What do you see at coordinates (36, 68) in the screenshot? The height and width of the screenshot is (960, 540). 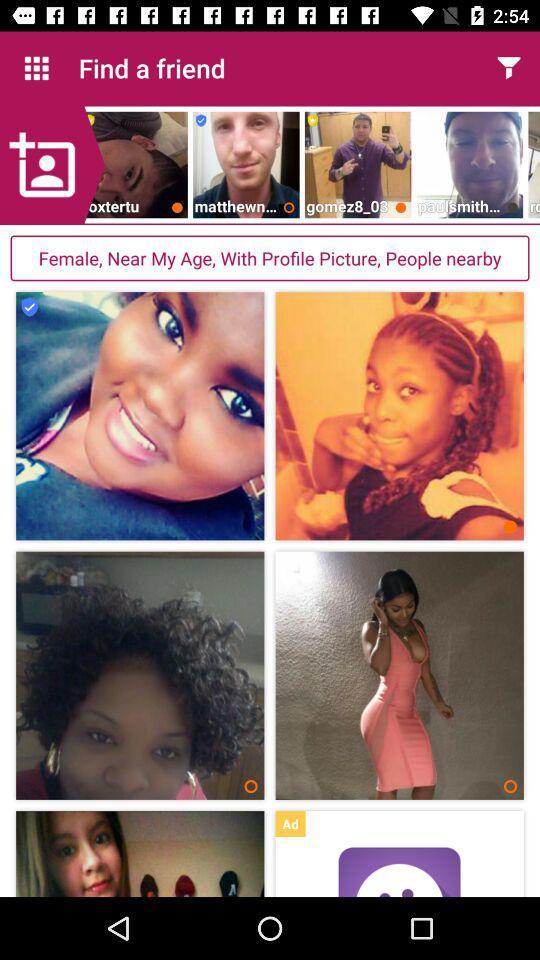 I see `icon to the left of the find a friend icon` at bounding box center [36, 68].